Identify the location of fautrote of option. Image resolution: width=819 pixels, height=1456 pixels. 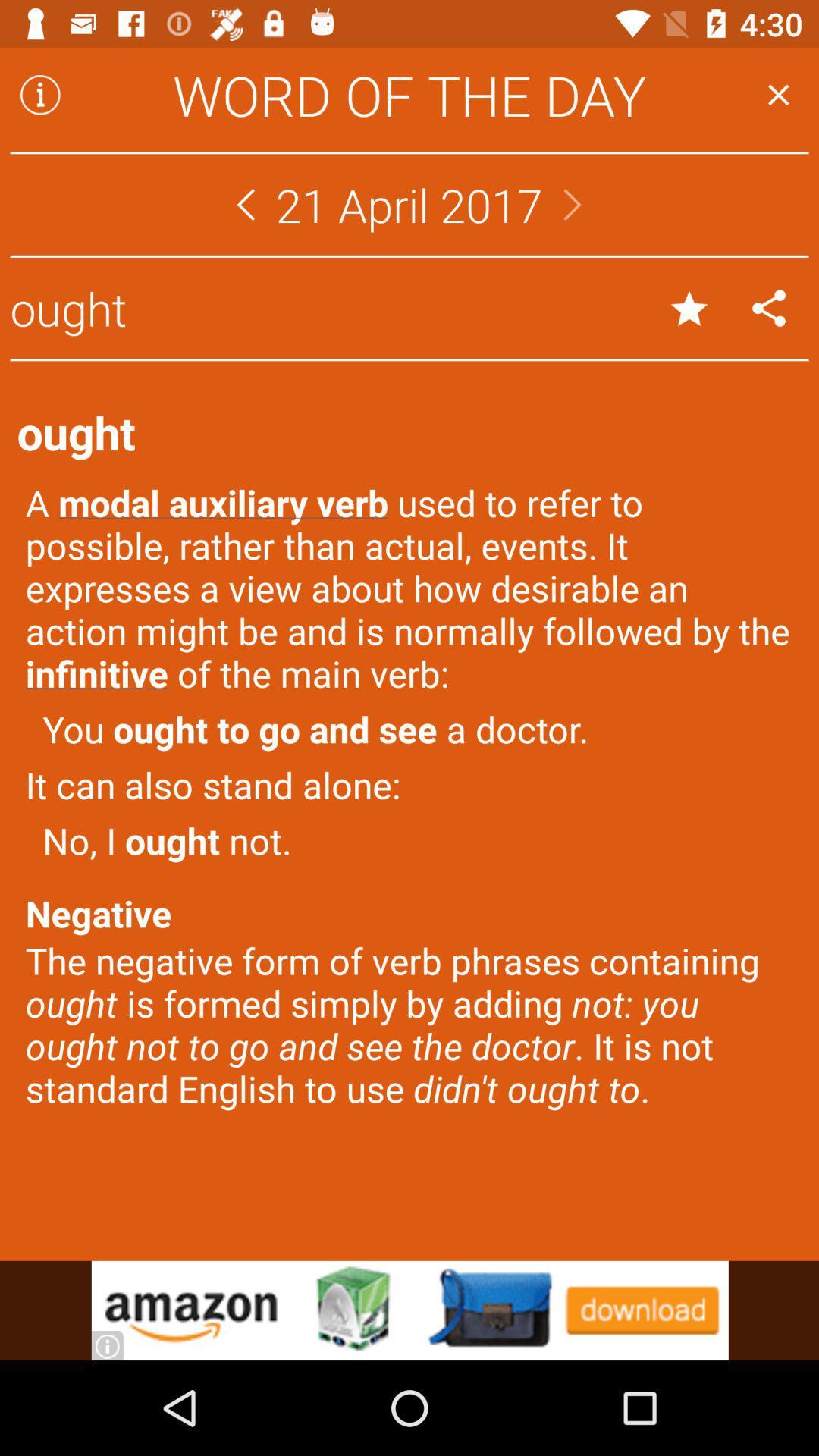
(689, 307).